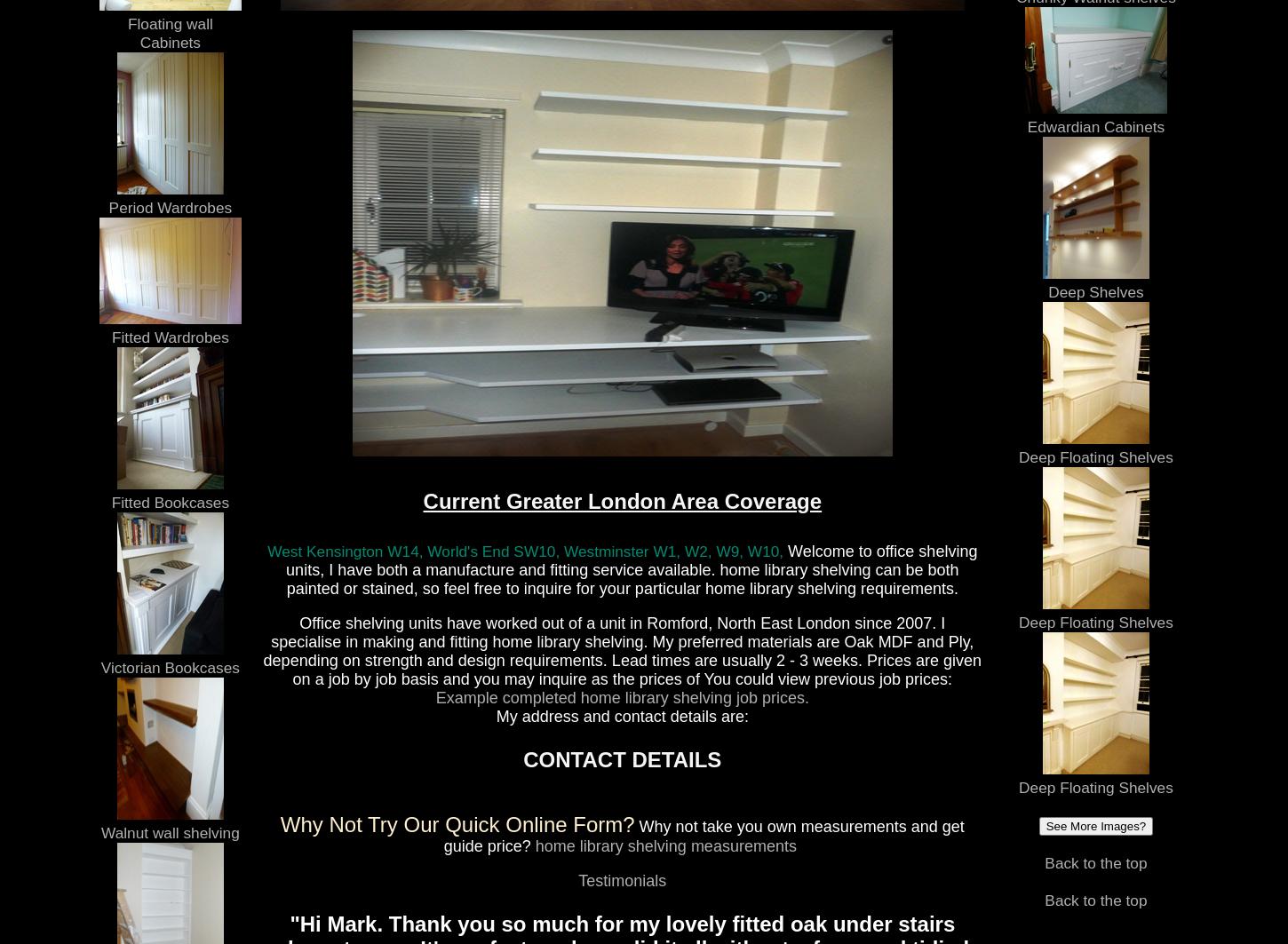 The width and height of the screenshot is (1288, 944). Describe the element at coordinates (99, 666) in the screenshot. I see `'Victorian Bookcases'` at that location.